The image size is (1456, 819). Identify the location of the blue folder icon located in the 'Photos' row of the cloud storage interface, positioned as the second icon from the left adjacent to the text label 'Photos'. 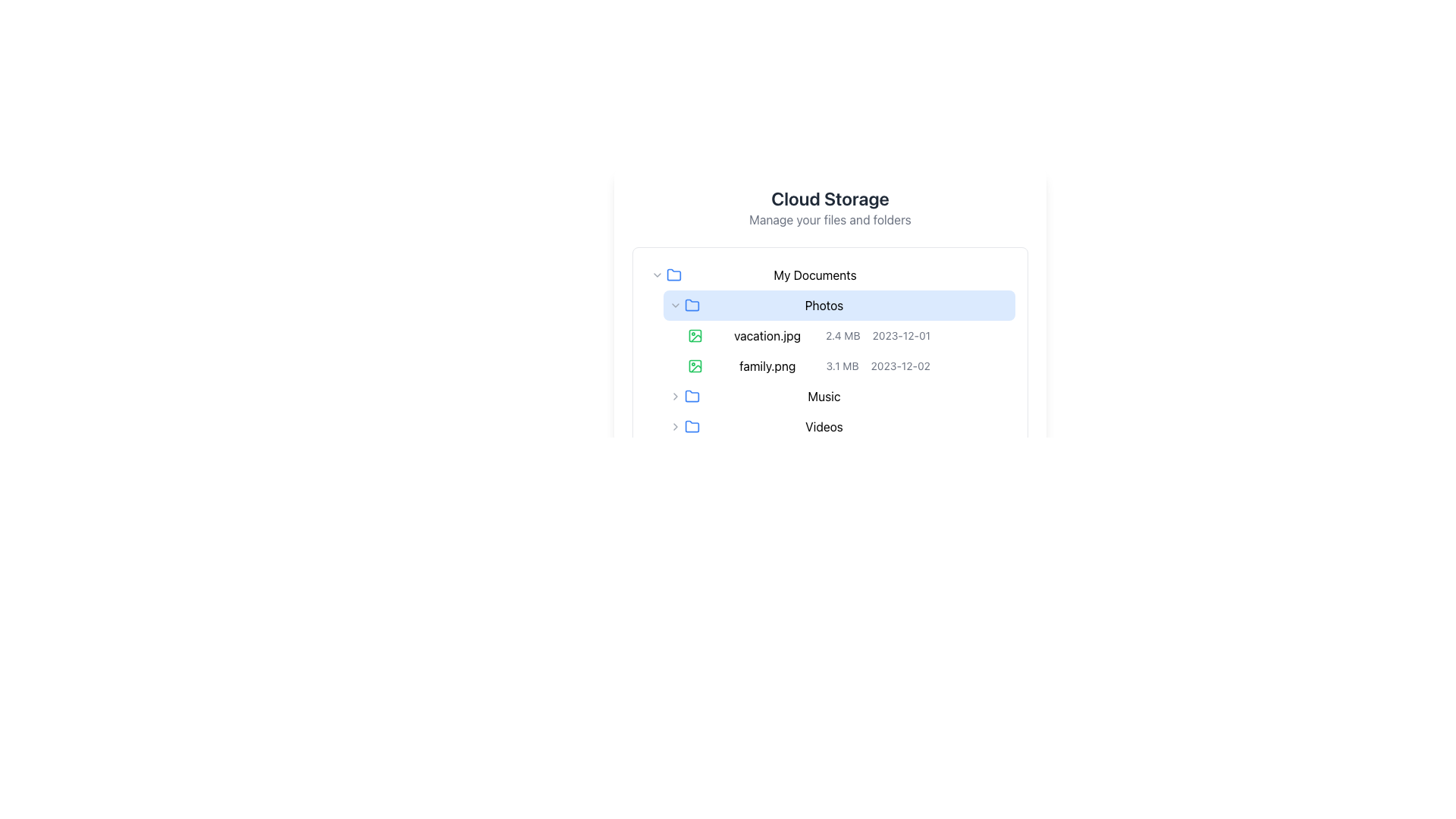
(691, 305).